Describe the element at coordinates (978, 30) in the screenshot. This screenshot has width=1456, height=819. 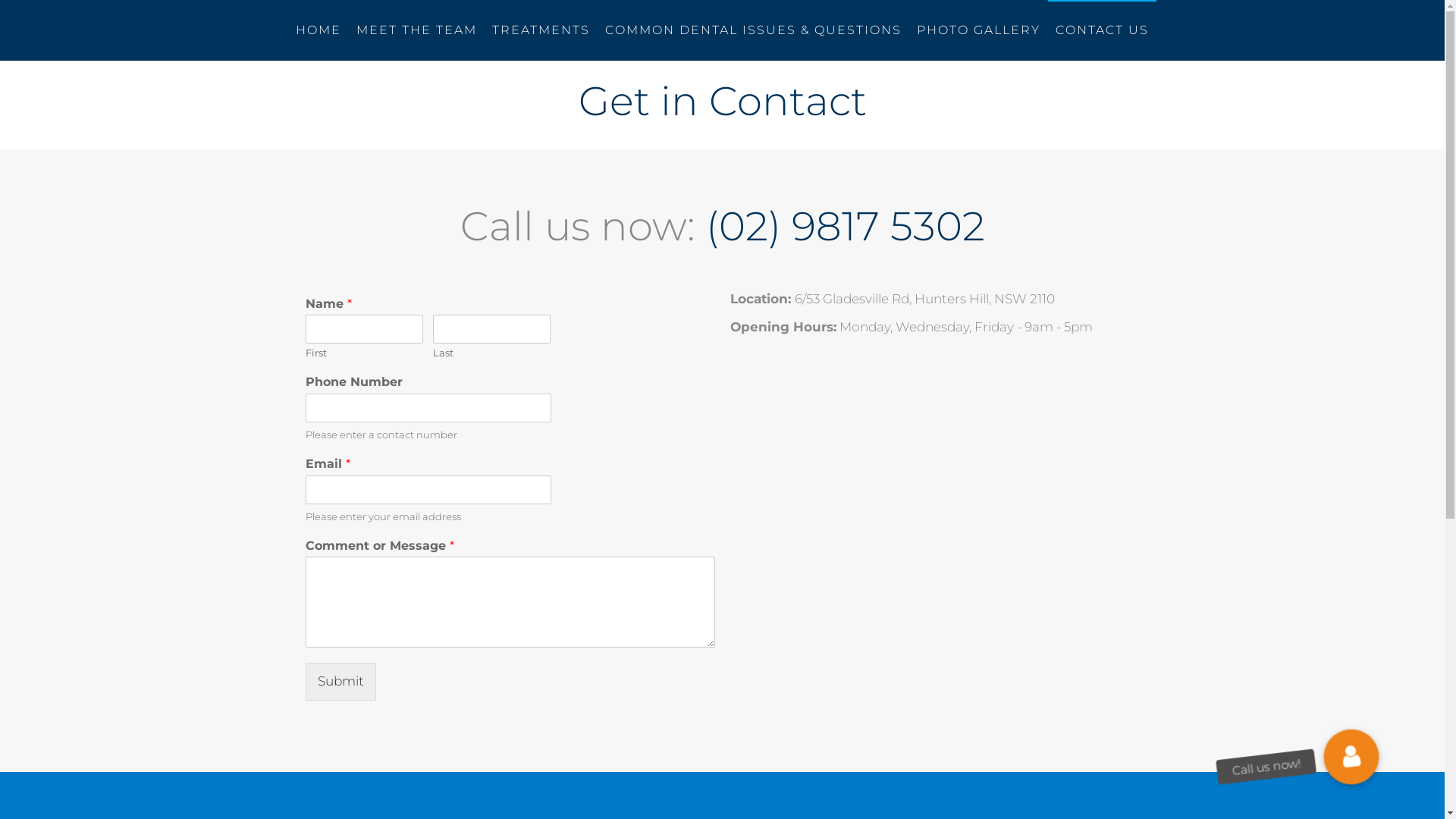
I see `'PHOTO GALLERY'` at that location.